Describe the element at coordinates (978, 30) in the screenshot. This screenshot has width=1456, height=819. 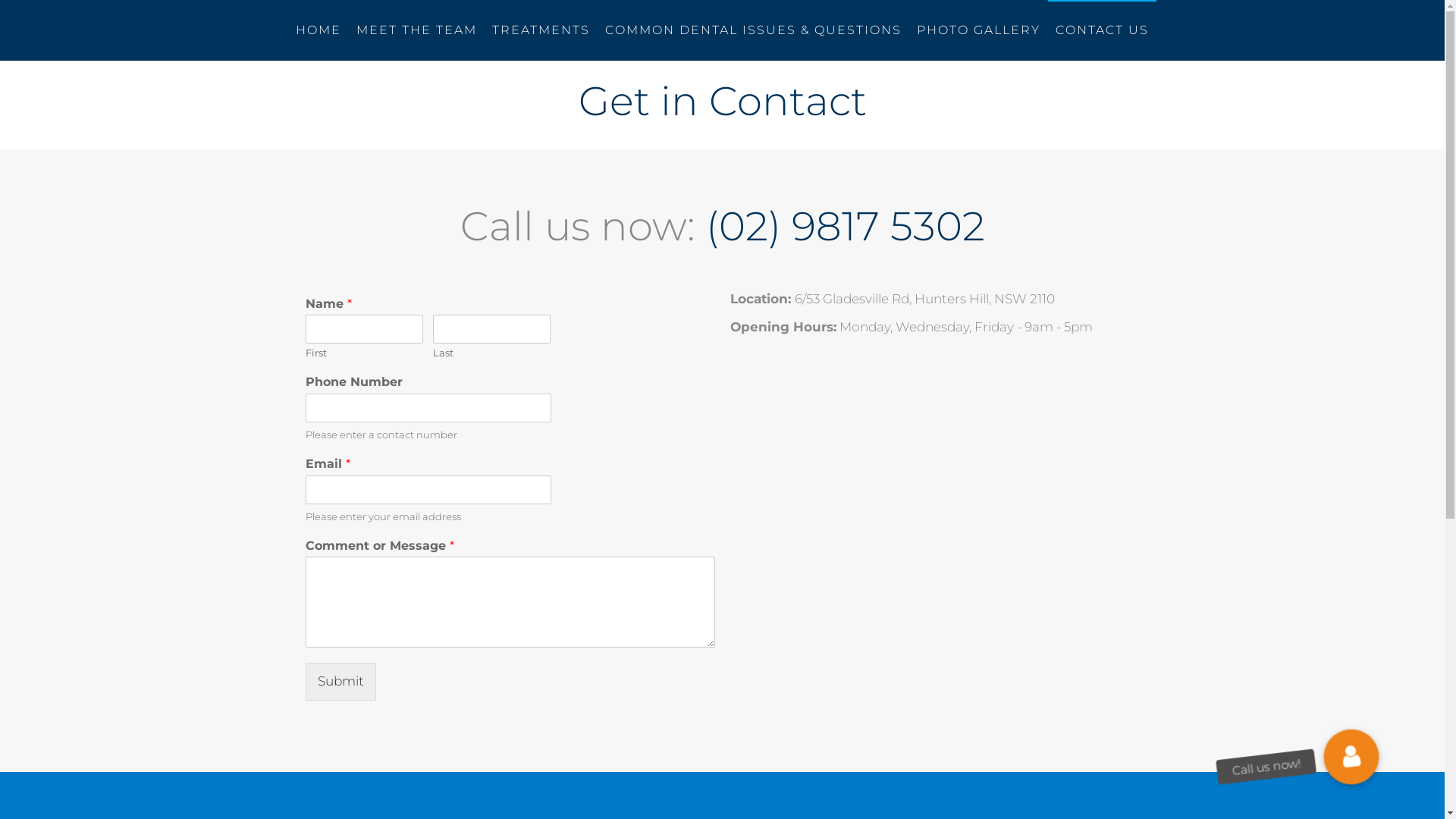
I see `'PHOTO GALLERY'` at that location.